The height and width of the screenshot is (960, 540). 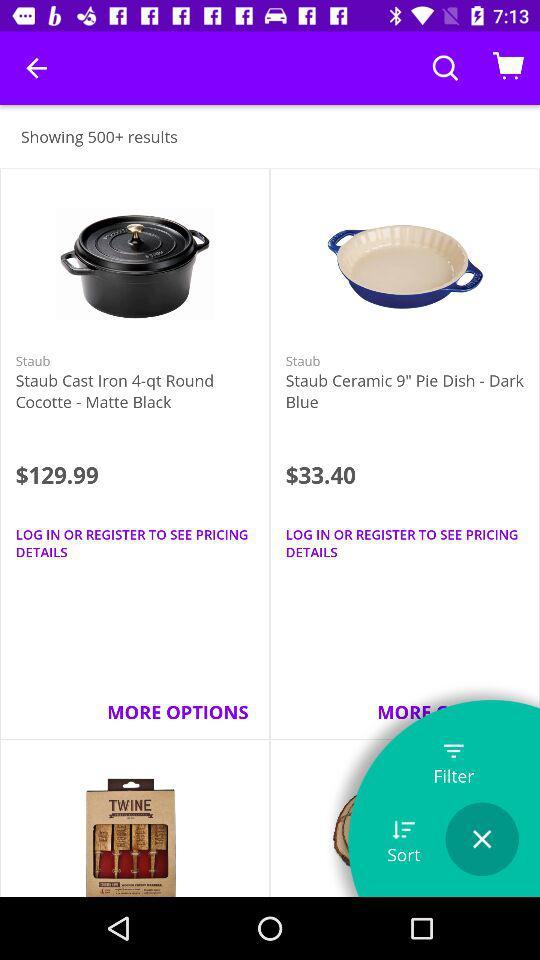 What do you see at coordinates (481, 839) in the screenshot?
I see `the option is used to close the page` at bounding box center [481, 839].